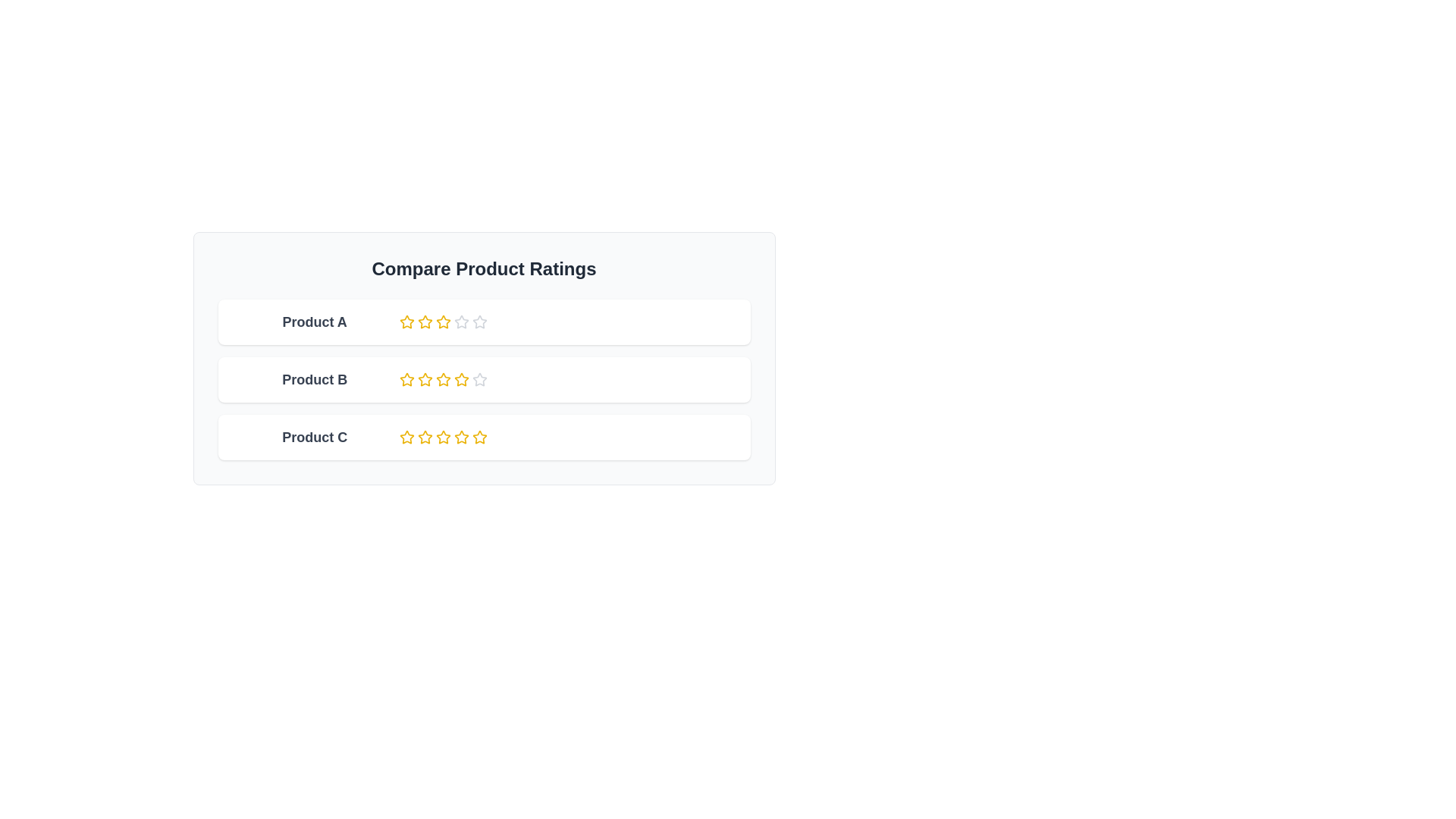  I want to click on the highlighted fifth star in the horizontal star rating component for 'Product C' to rate the product, so click(483, 438).